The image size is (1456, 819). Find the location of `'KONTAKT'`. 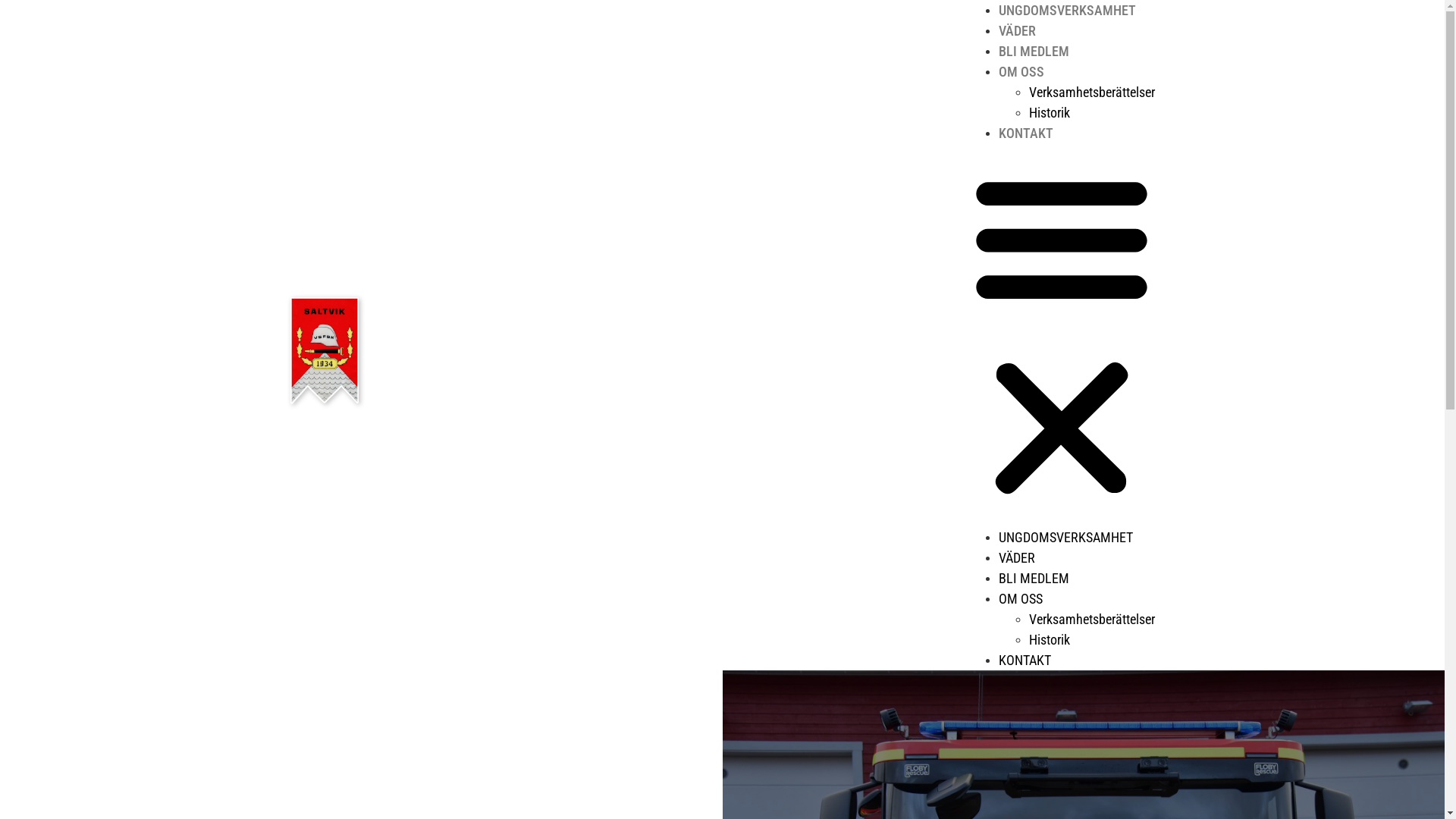

'KONTAKT' is located at coordinates (1024, 659).